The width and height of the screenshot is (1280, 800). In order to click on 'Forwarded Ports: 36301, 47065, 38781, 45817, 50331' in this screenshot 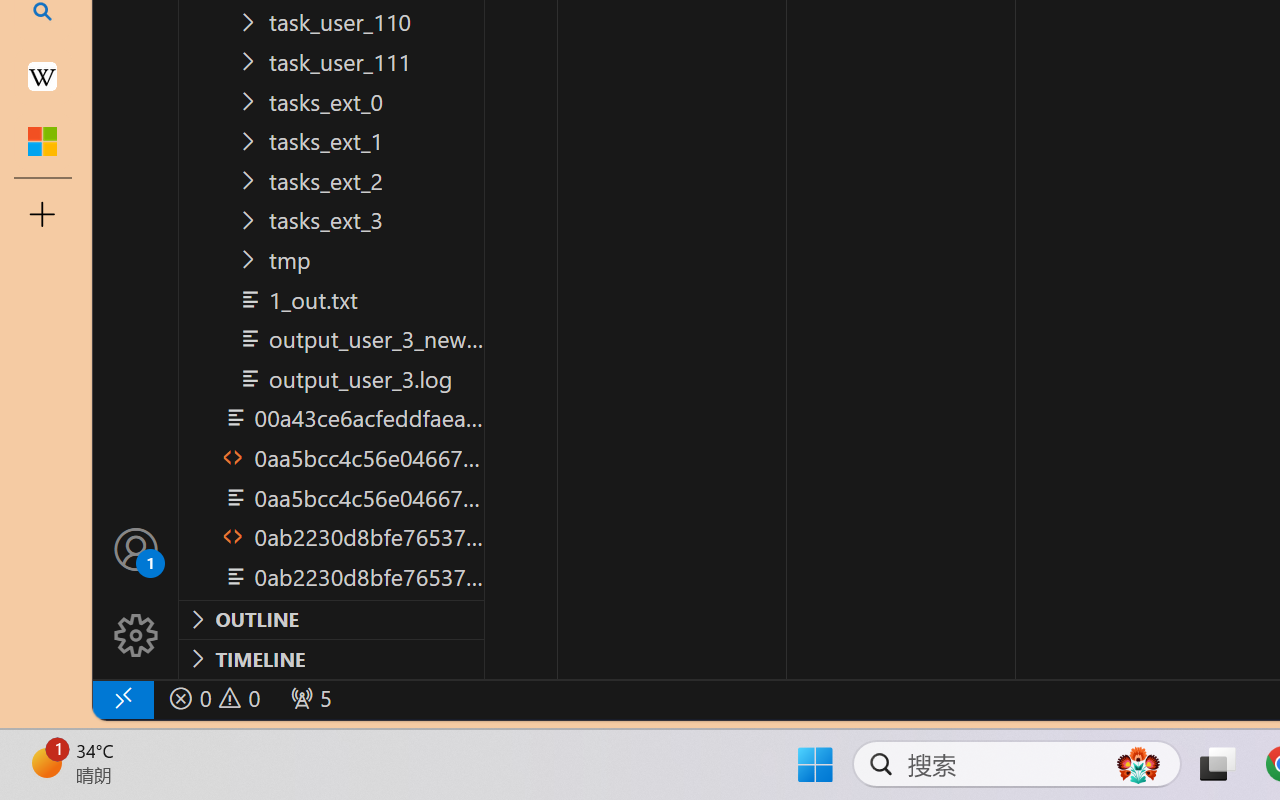, I will do `click(308, 698)`.